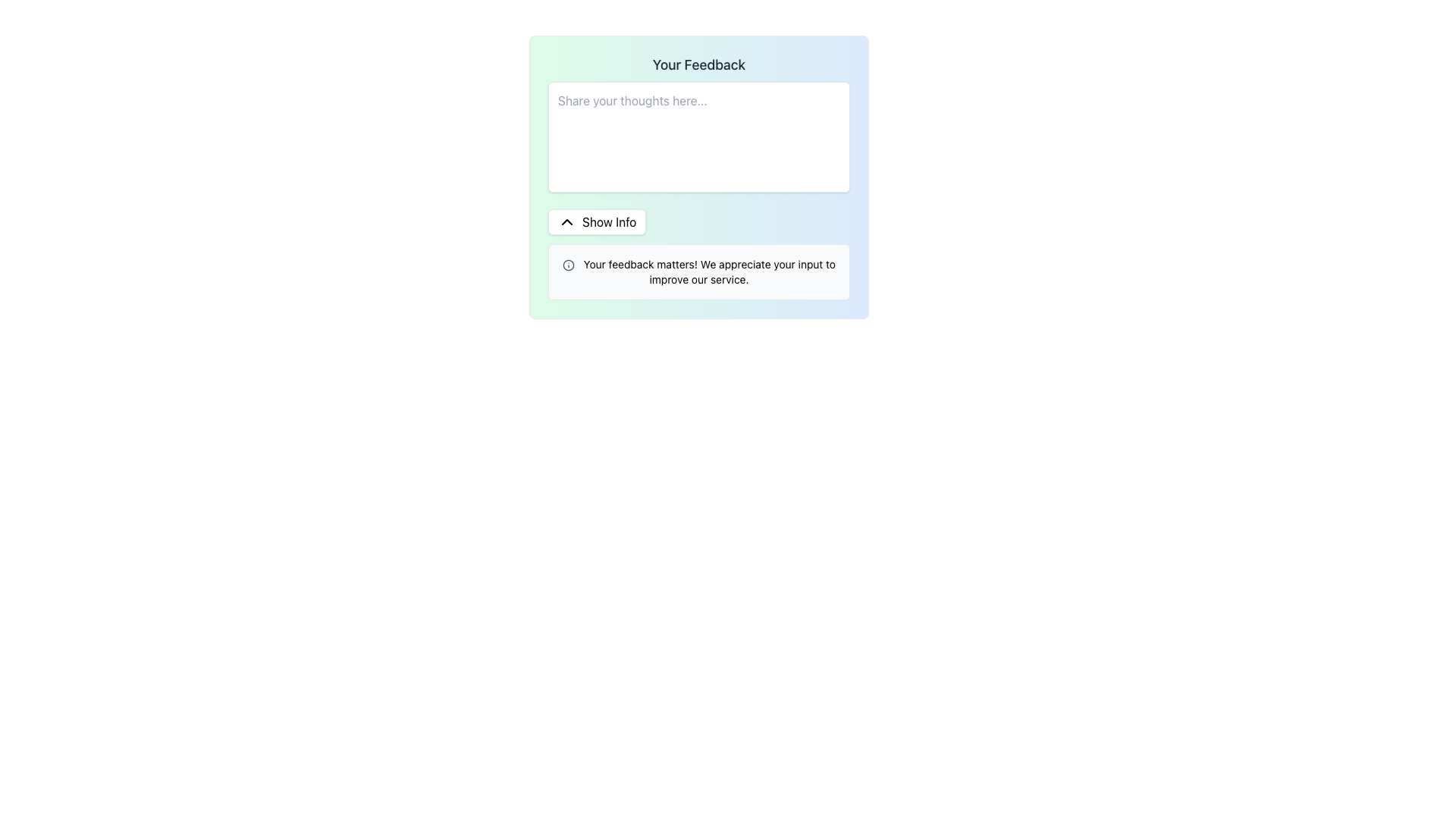  Describe the element at coordinates (698, 271) in the screenshot. I see `the Informational Text Box with the message 'Your feedback matters! We appreciate your input to improve our service.'` at that location.